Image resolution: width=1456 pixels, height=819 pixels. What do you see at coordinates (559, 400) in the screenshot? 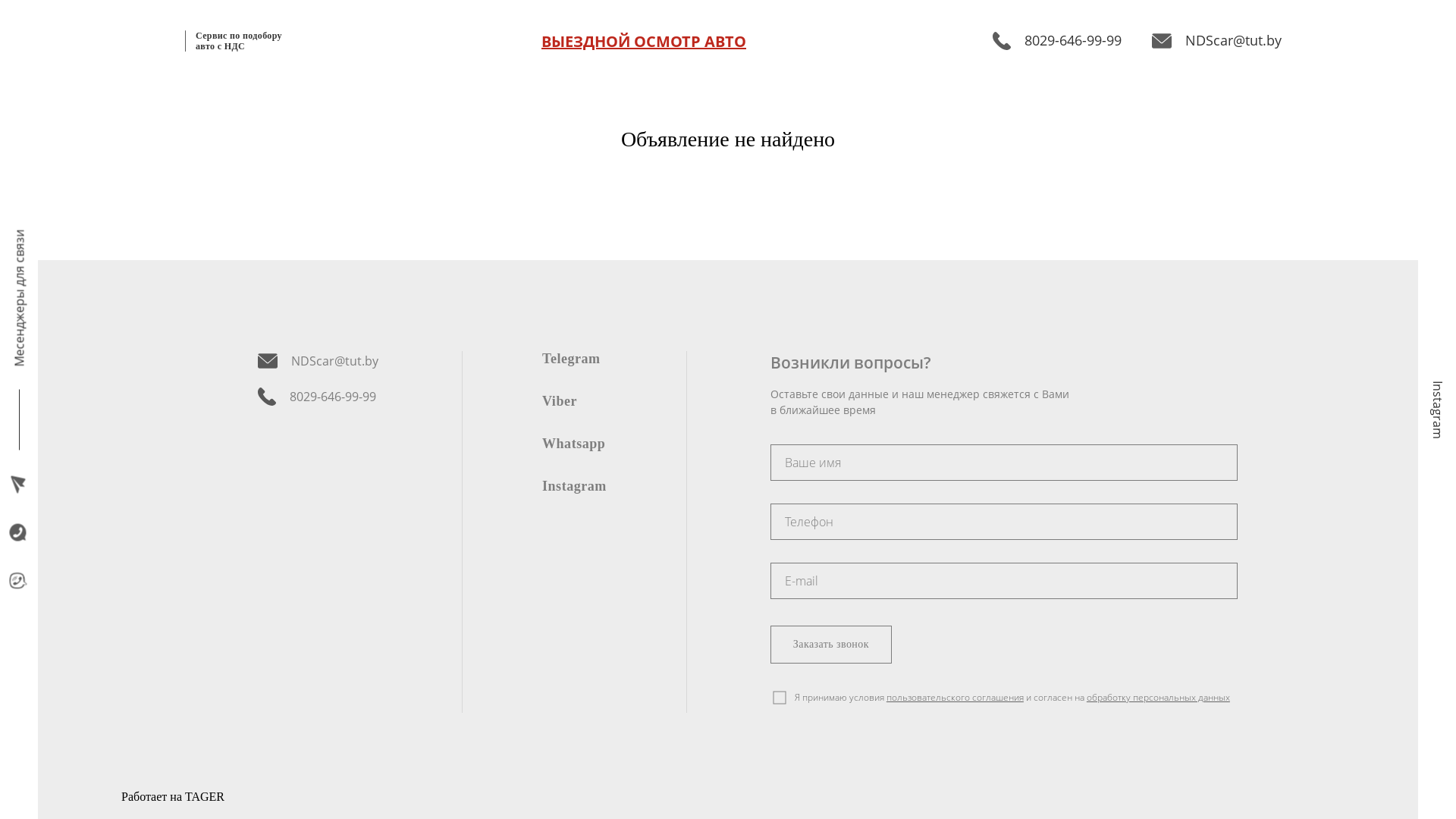
I see `'Viber'` at bounding box center [559, 400].